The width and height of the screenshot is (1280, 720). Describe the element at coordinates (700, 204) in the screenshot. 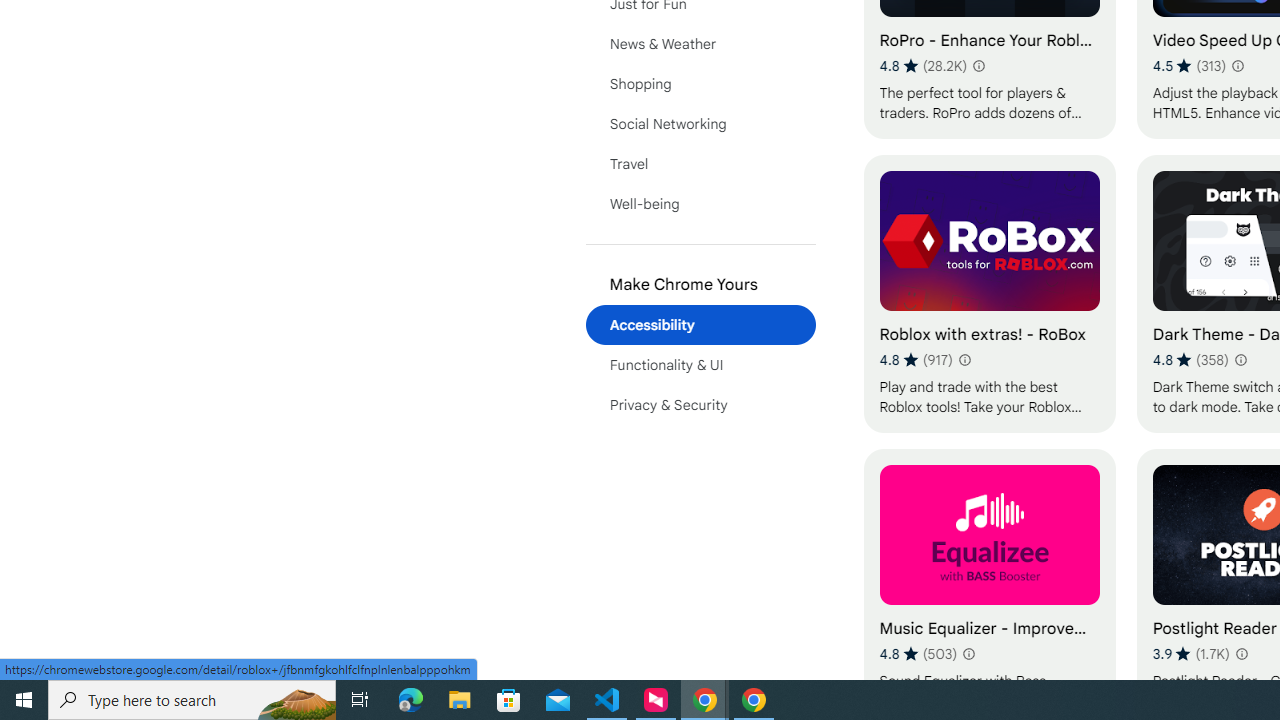

I see `'Well-being'` at that location.